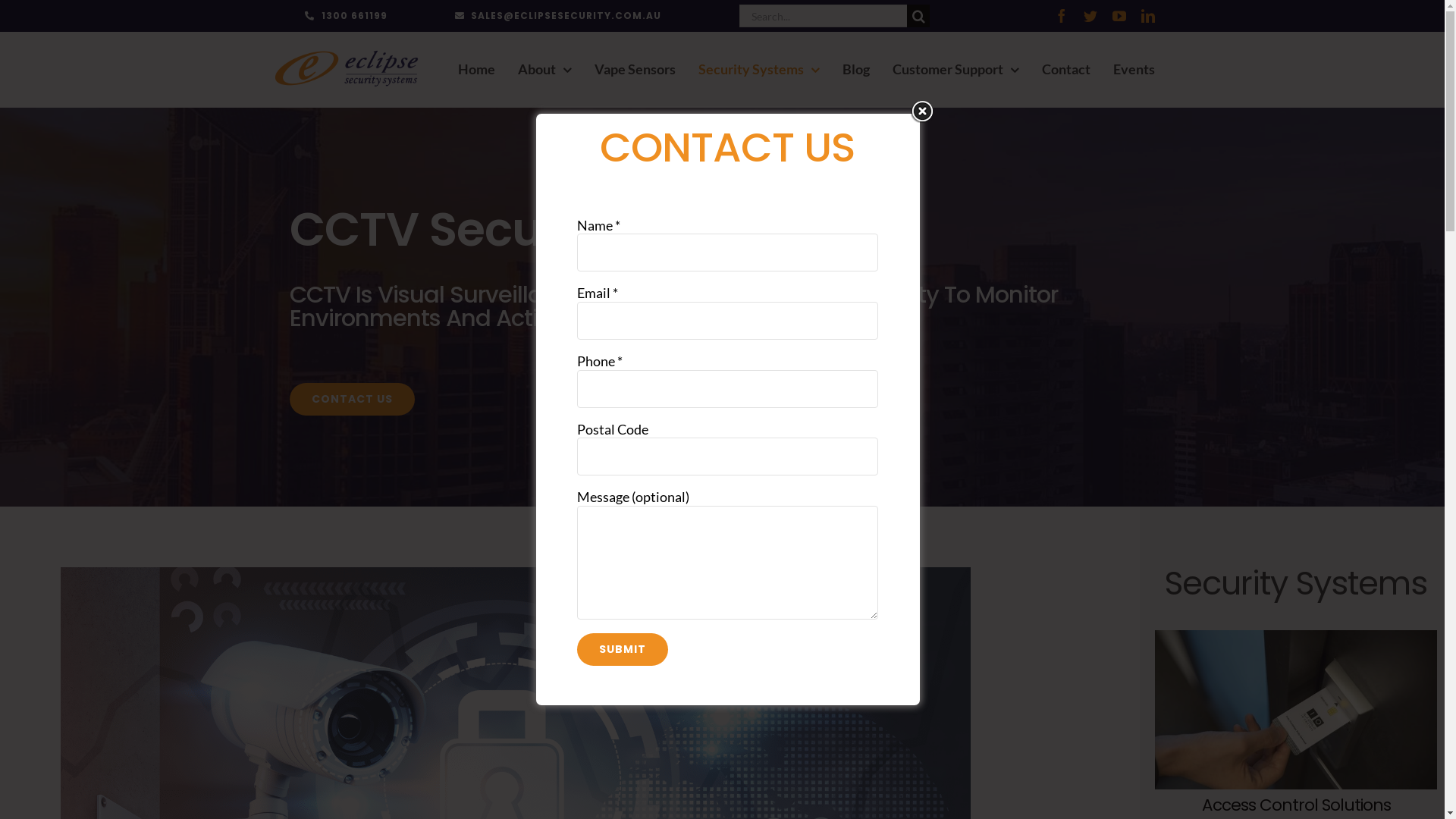 This screenshot has width=1456, height=819. Describe the element at coordinates (955, 70) in the screenshot. I see `'Customer Support'` at that location.